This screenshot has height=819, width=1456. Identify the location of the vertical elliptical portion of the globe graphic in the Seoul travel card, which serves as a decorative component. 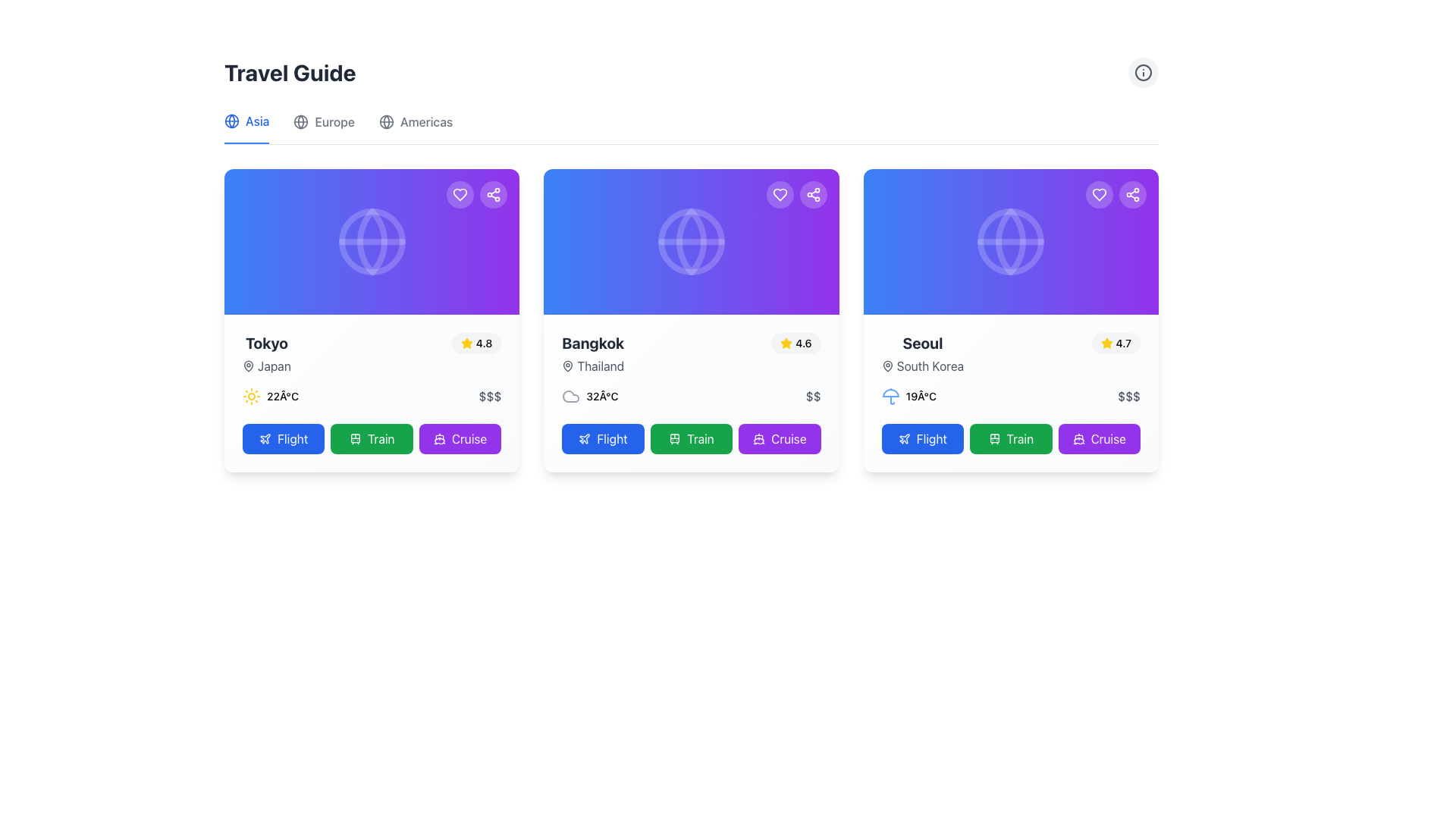
(1011, 241).